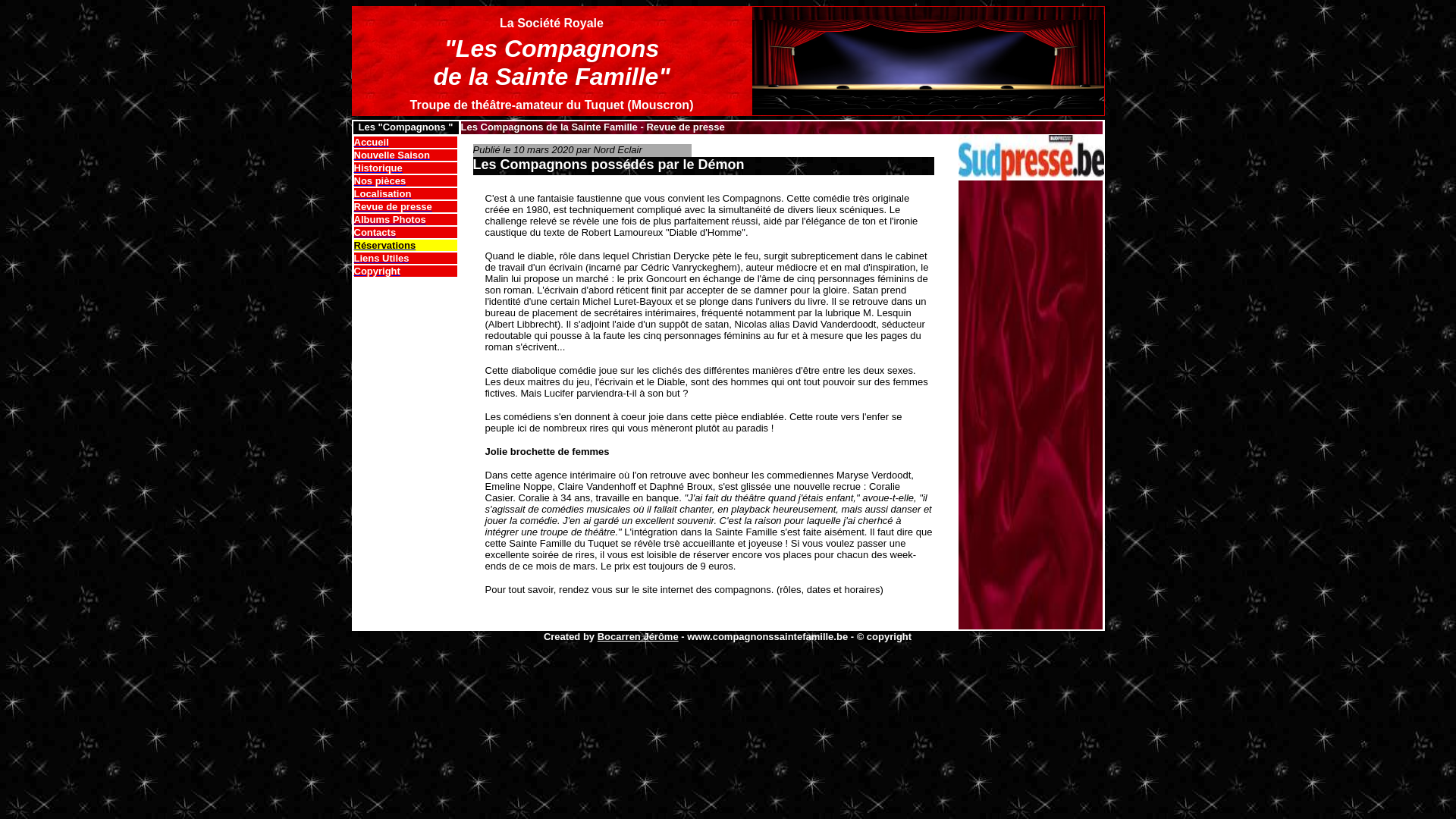  Describe the element at coordinates (391, 154) in the screenshot. I see `'Nouvelle Saison'` at that location.